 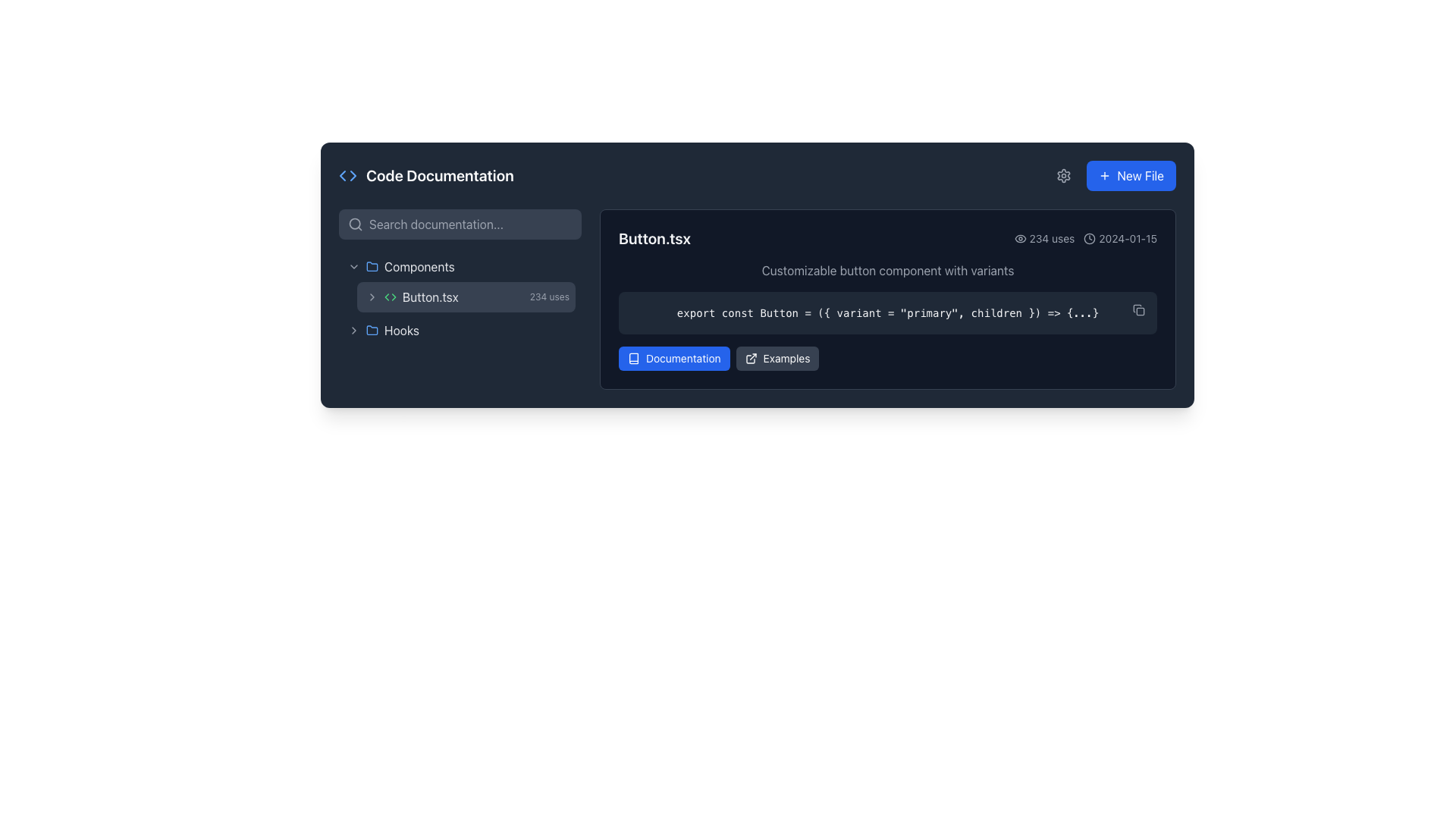 What do you see at coordinates (1137, 308) in the screenshot?
I see `the document icon element which is part of the SVG displaying a file outline with a corner fold, located next to the code snippet panel` at bounding box center [1137, 308].